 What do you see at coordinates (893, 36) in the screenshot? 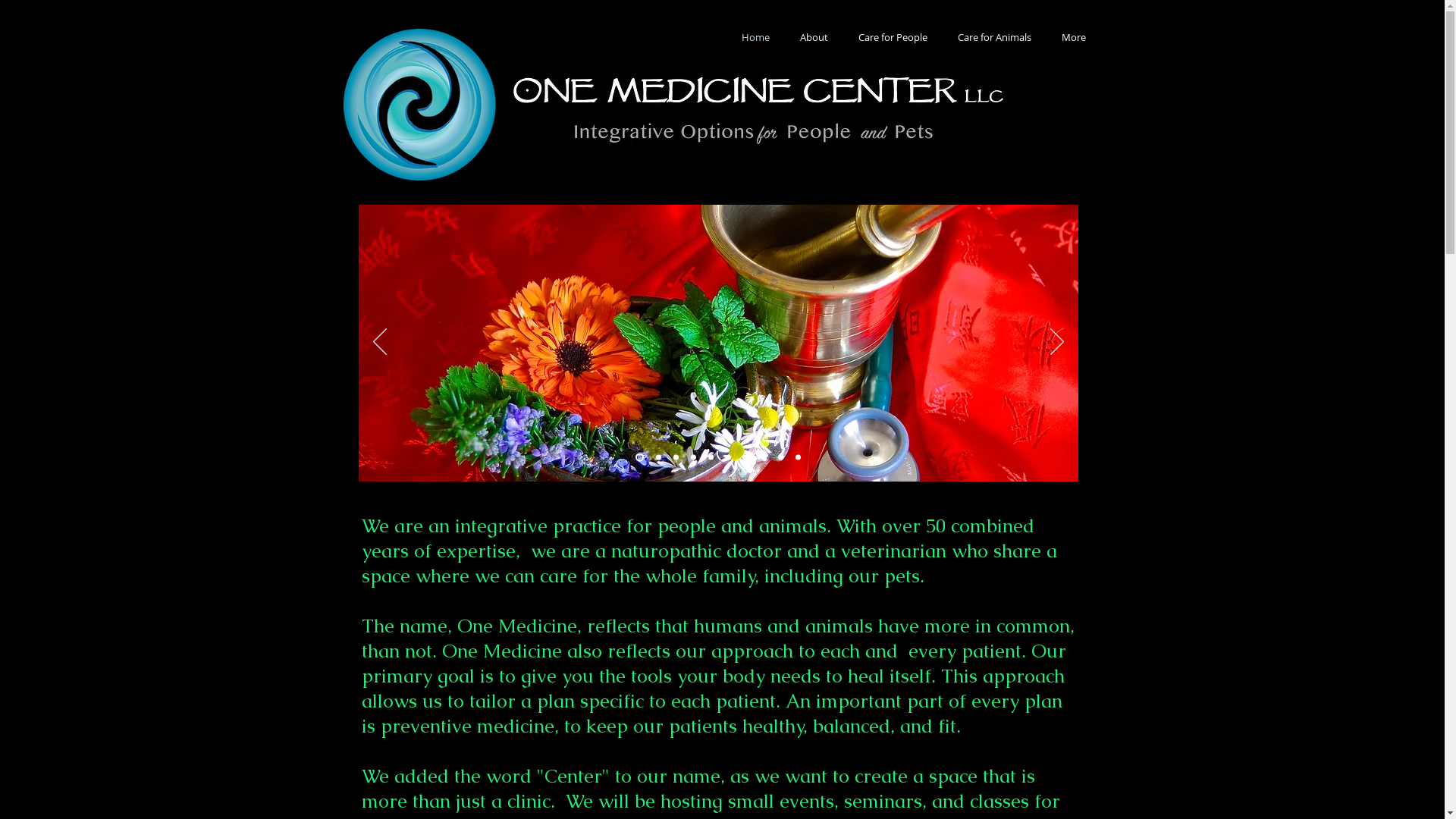
I see `'Care for People'` at bounding box center [893, 36].